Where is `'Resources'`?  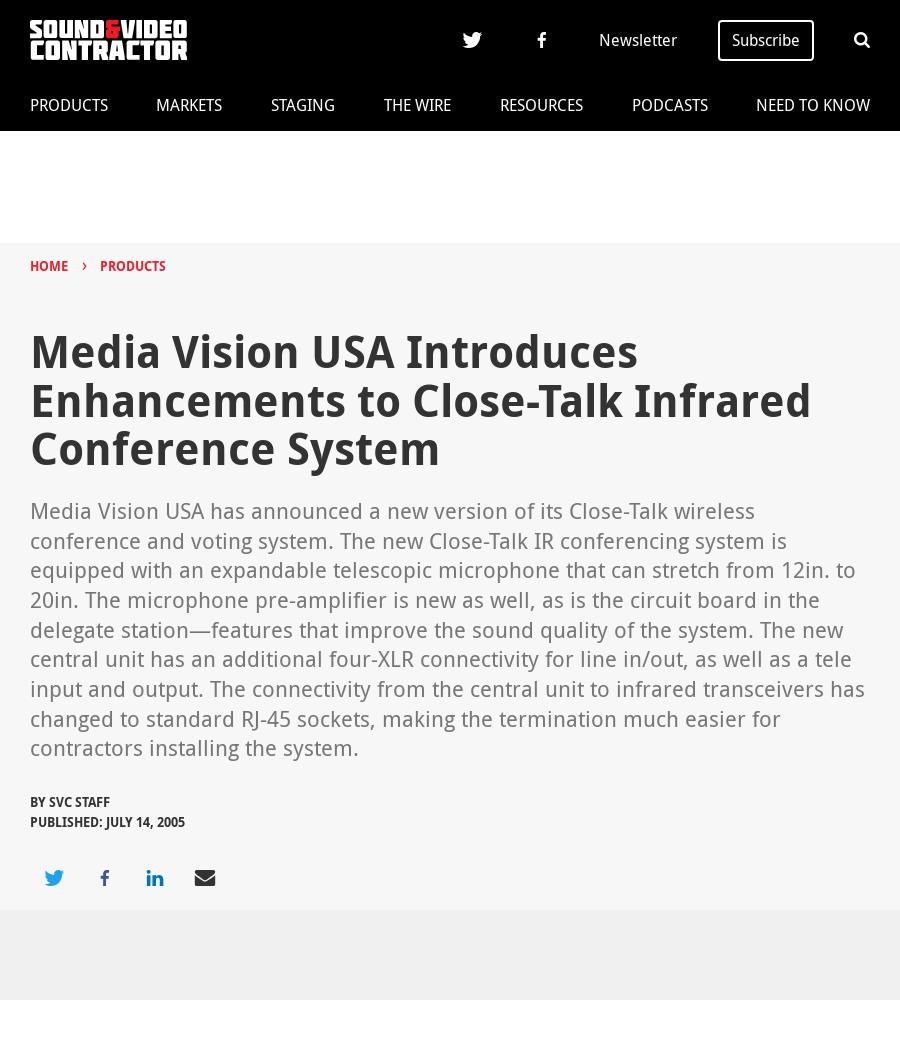 'Resources' is located at coordinates (539, 105).